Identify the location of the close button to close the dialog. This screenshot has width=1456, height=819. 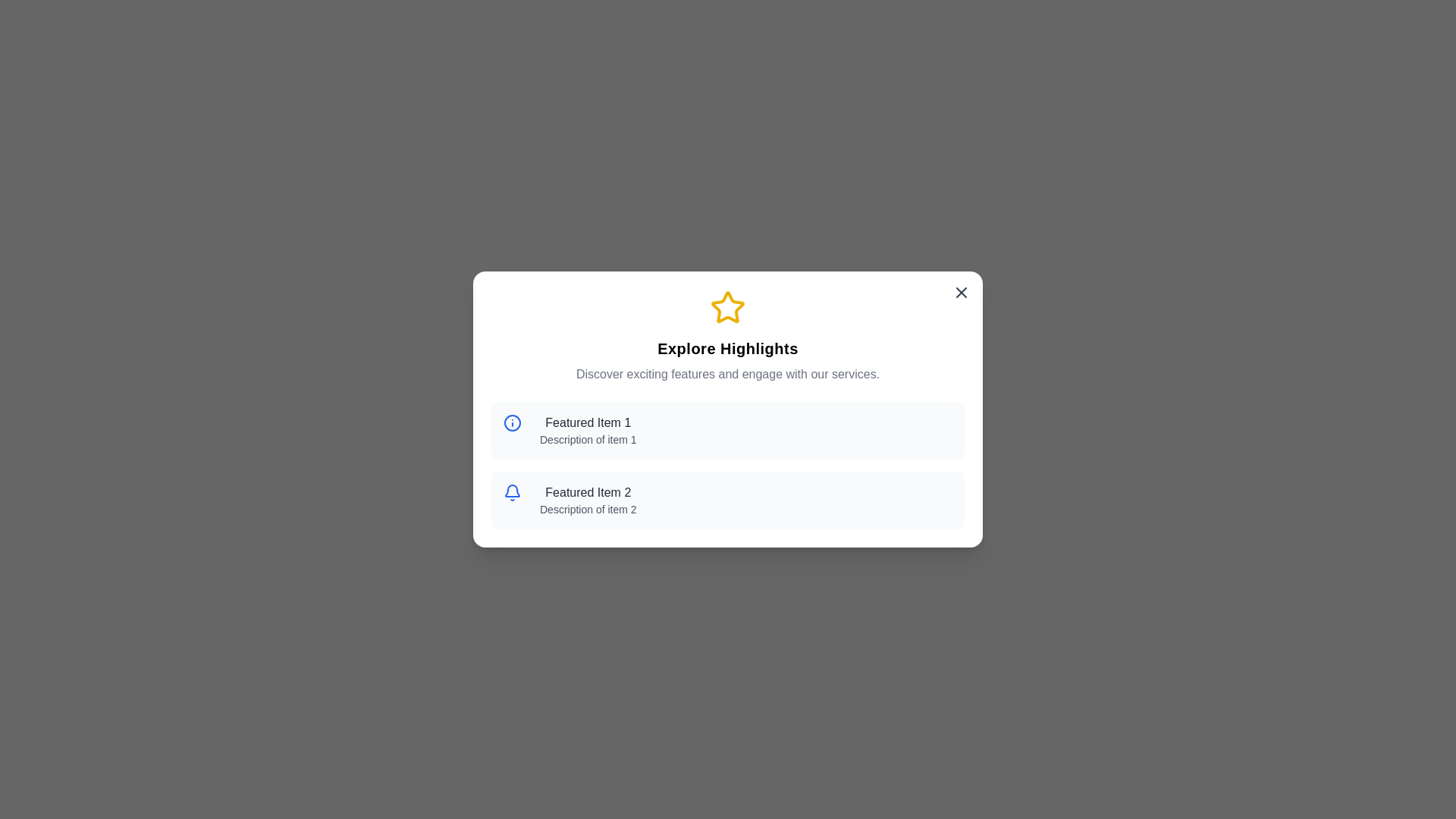
(960, 292).